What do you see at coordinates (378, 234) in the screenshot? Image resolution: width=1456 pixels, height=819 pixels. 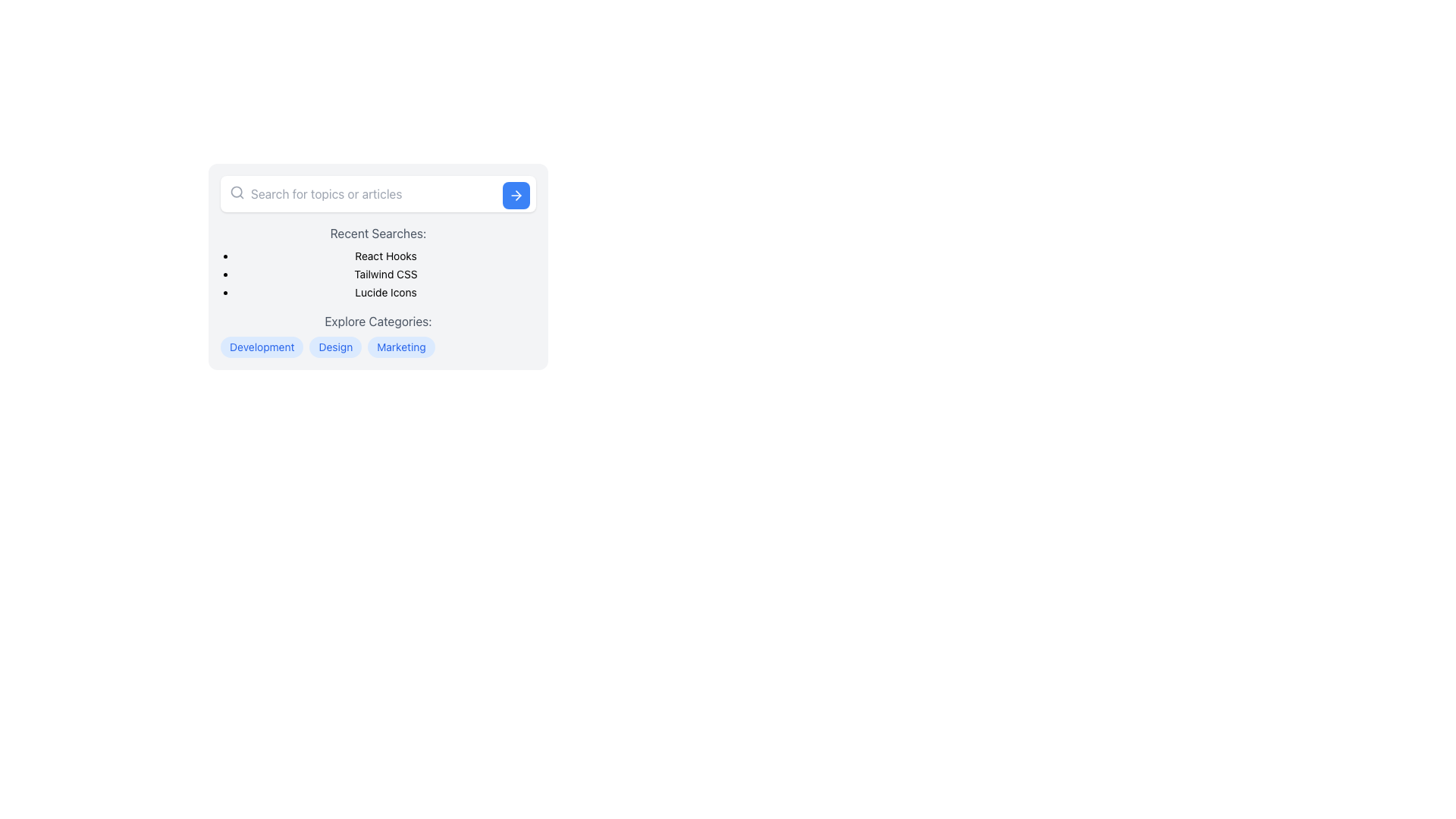 I see `the Static Text Label that displays 'Recent Searches:' styled in gray font, which is centered horizontally above a bullet-point list of prior searches` at bounding box center [378, 234].